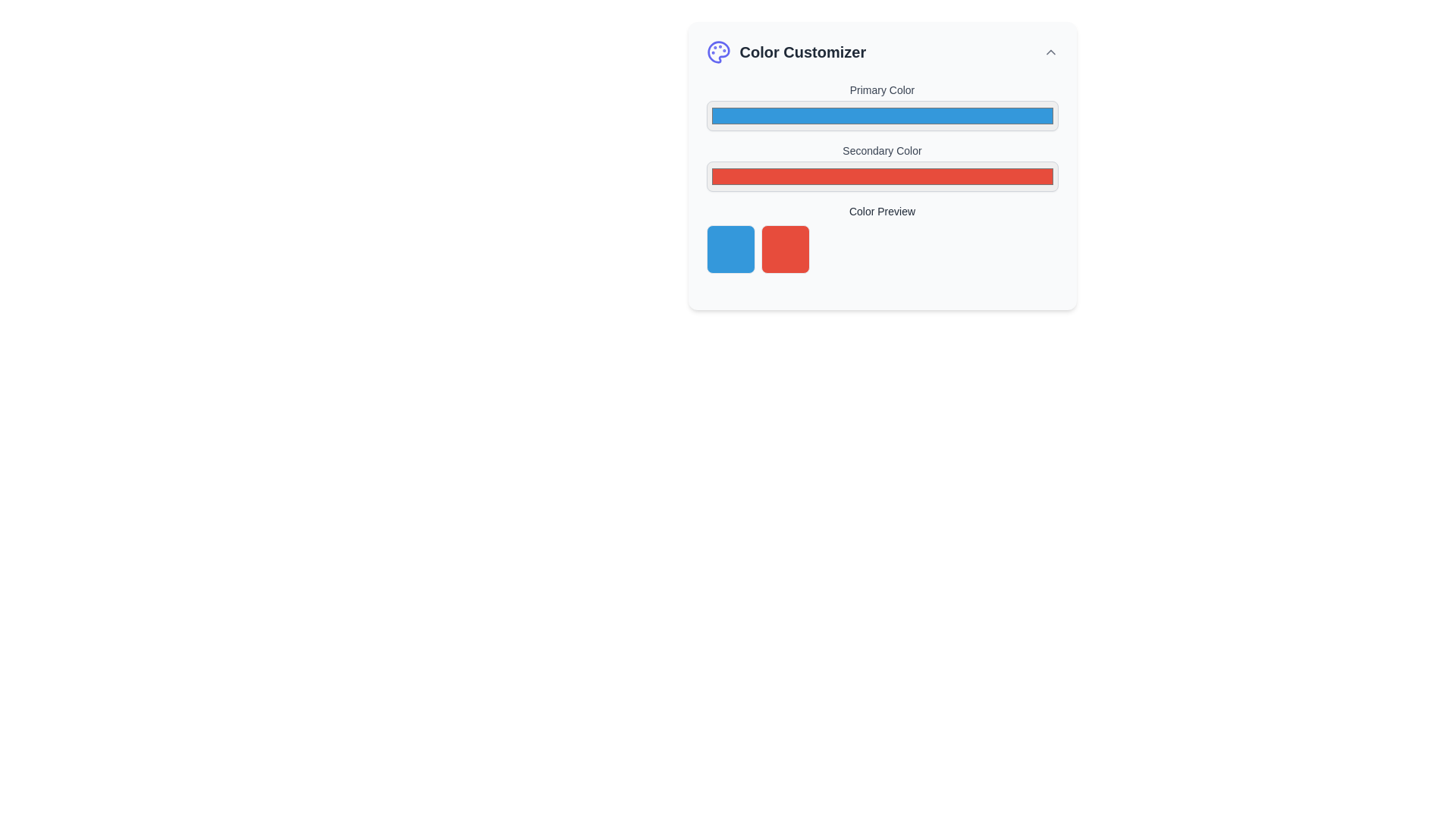 This screenshot has width=1456, height=819. I want to click on the color, so click(882, 115).